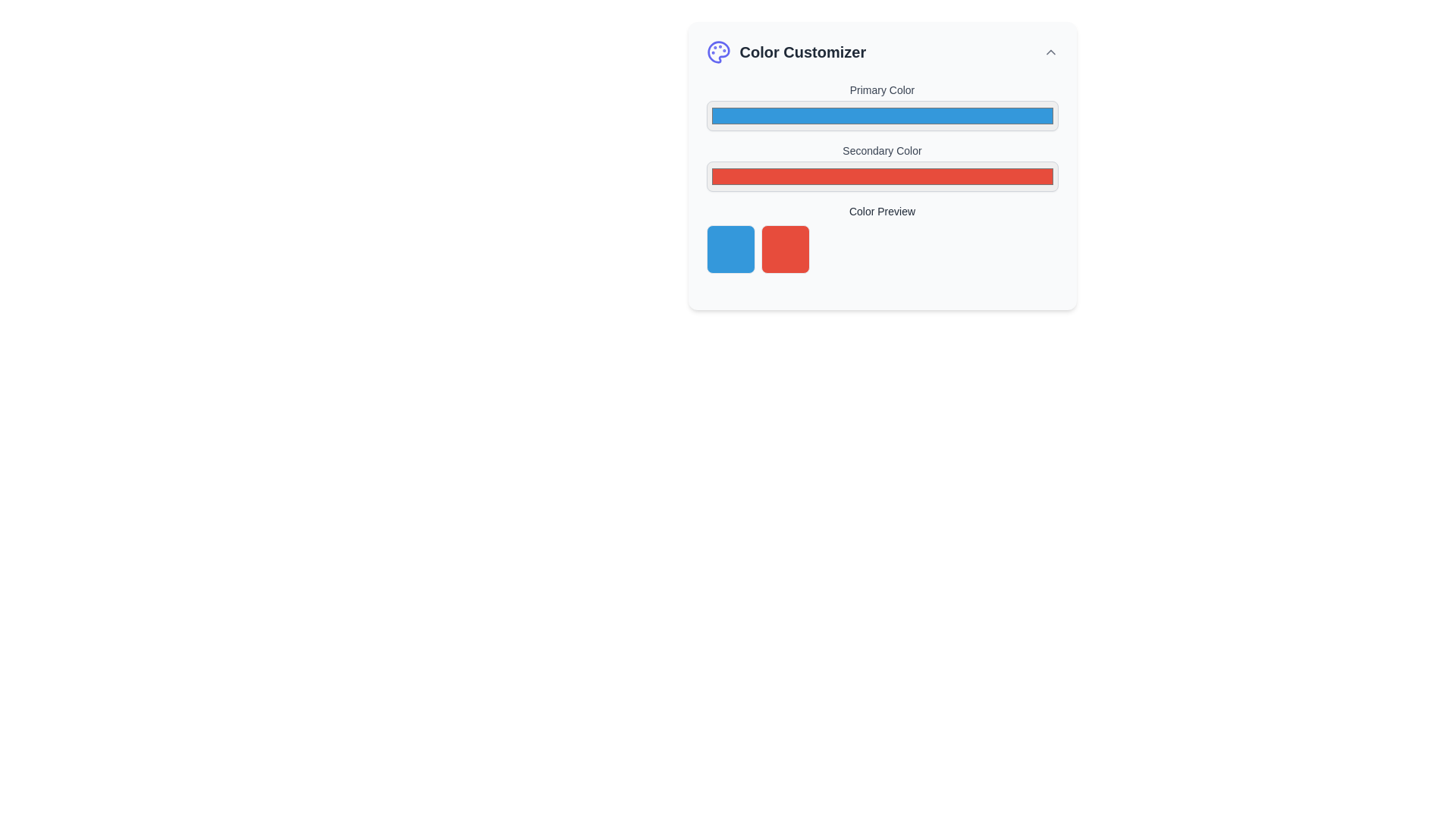 This screenshot has width=1456, height=819. I want to click on the color, so click(882, 115).